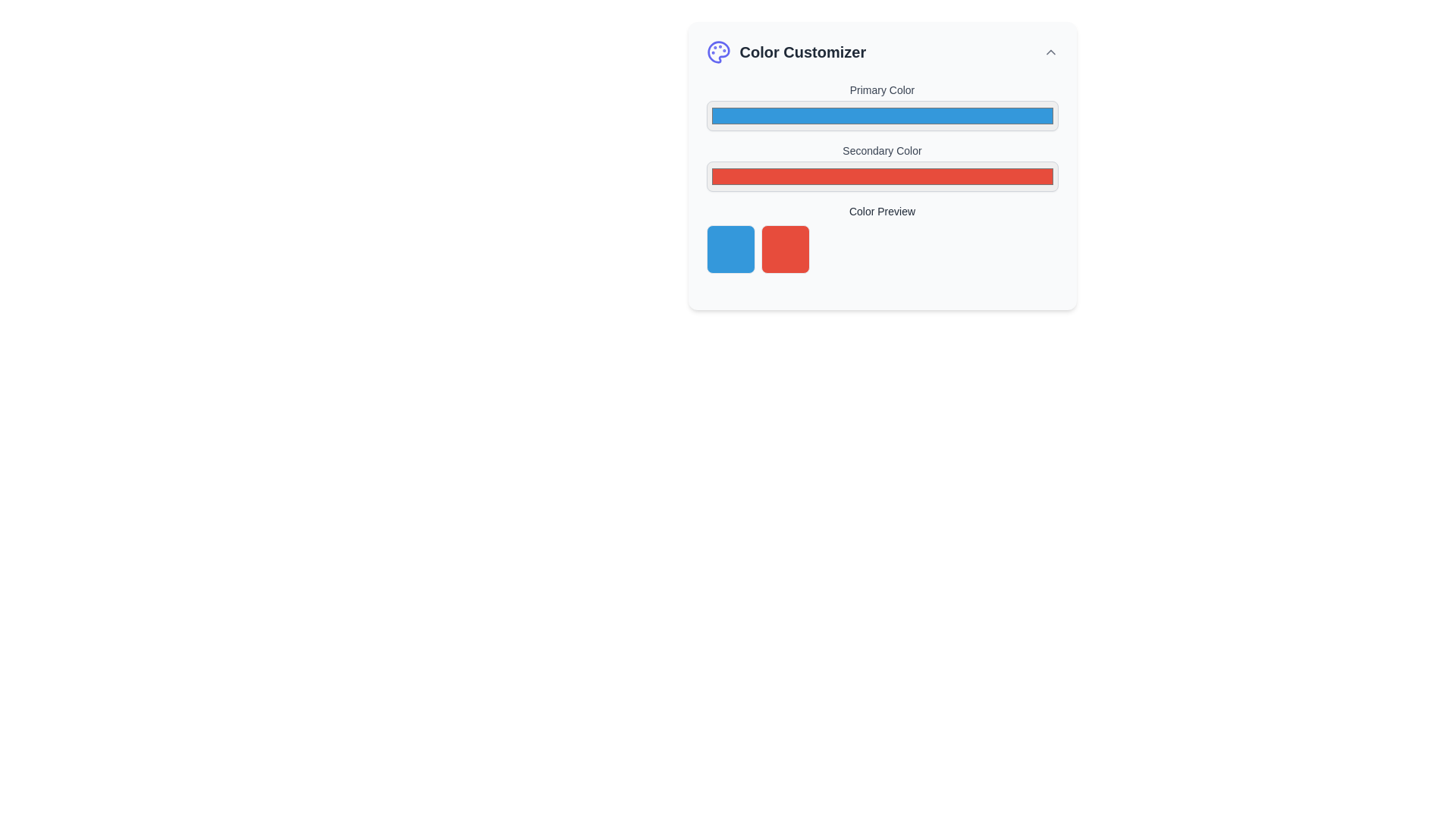 This screenshot has width=1456, height=819. I want to click on the color, so click(882, 115).